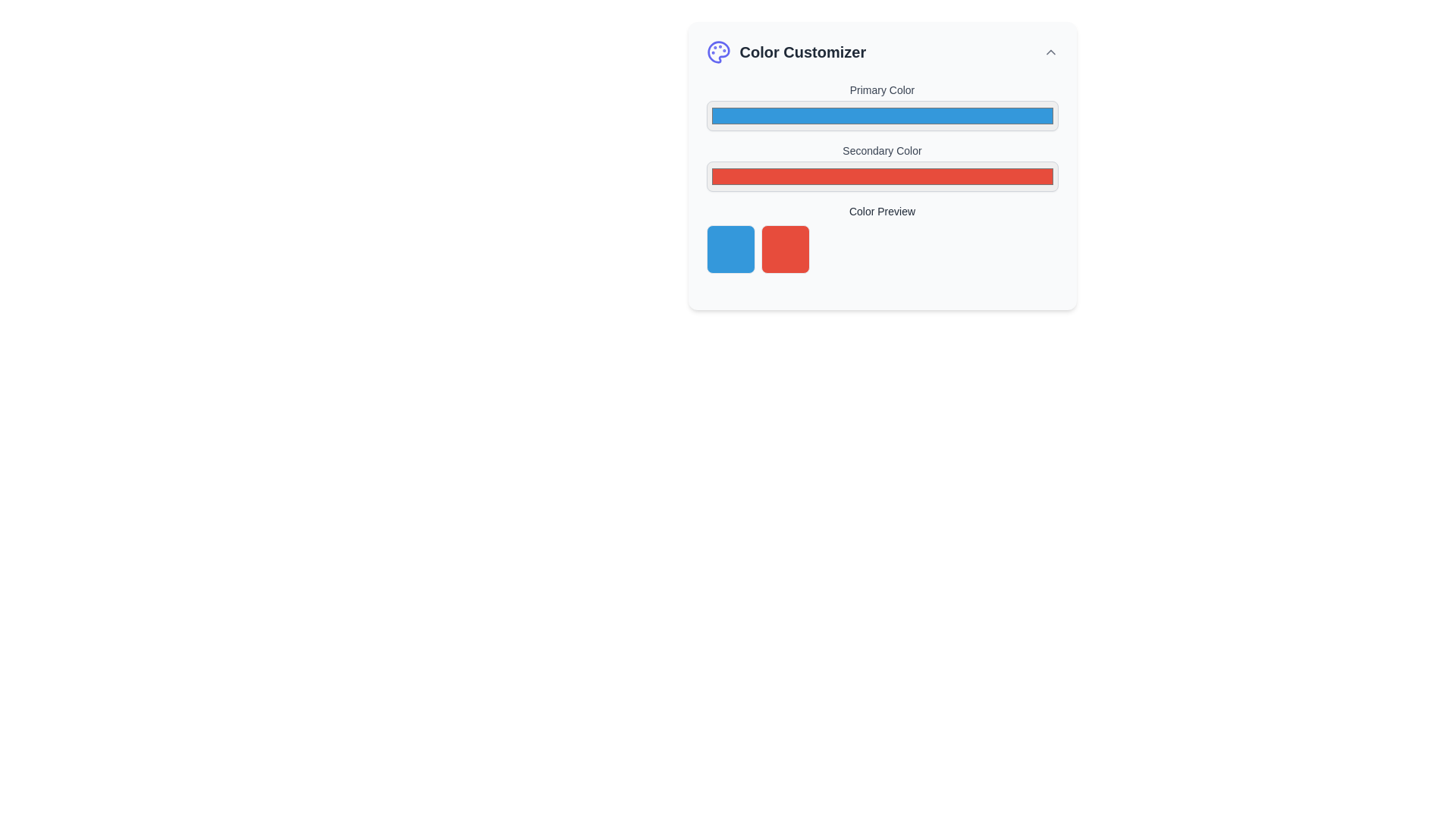 This screenshot has width=1456, height=819. I want to click on the color, so click(882, 115).